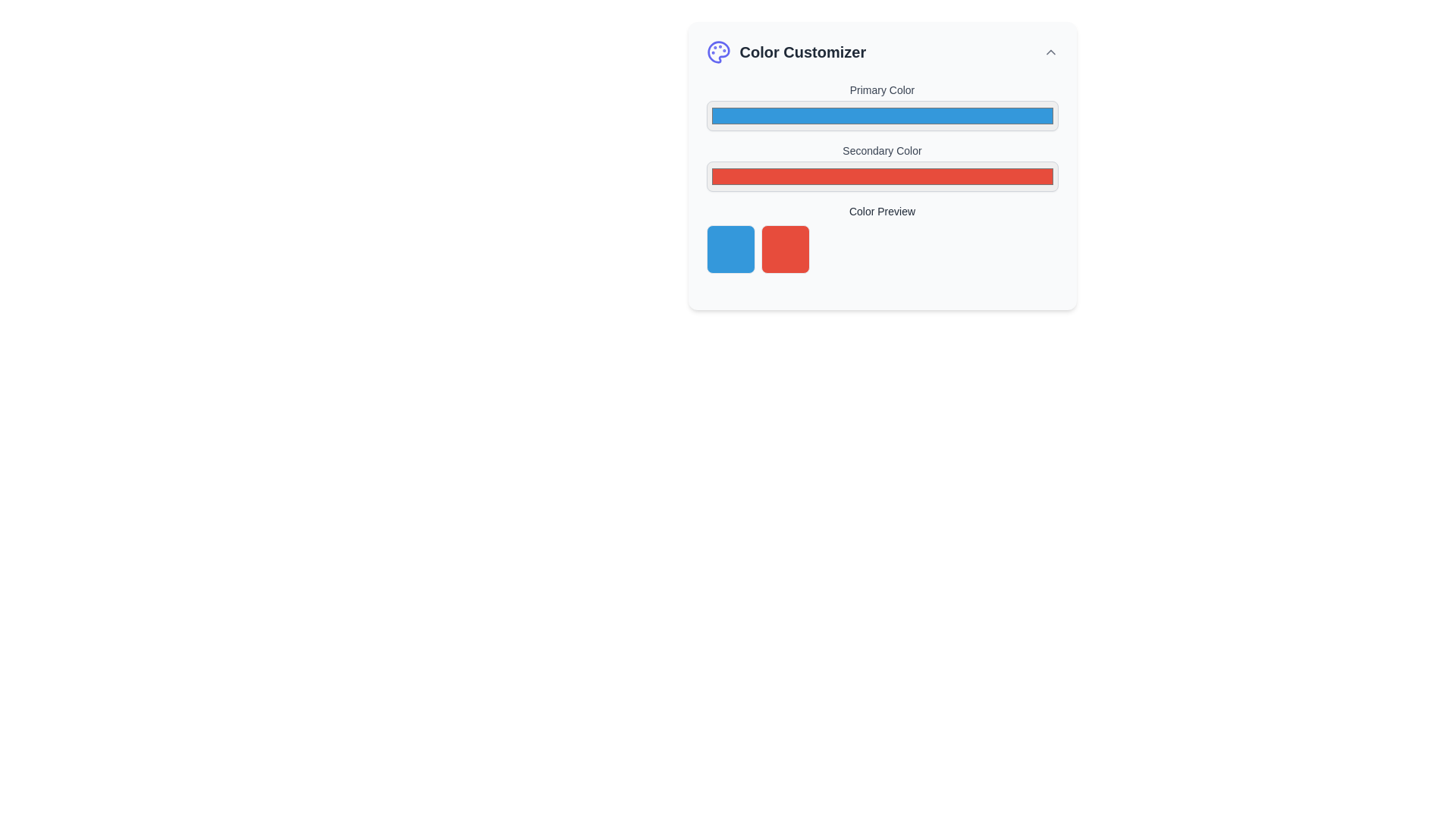 This screenshot has width=1456, height=819. I want to click on the color, so click(882, 115).